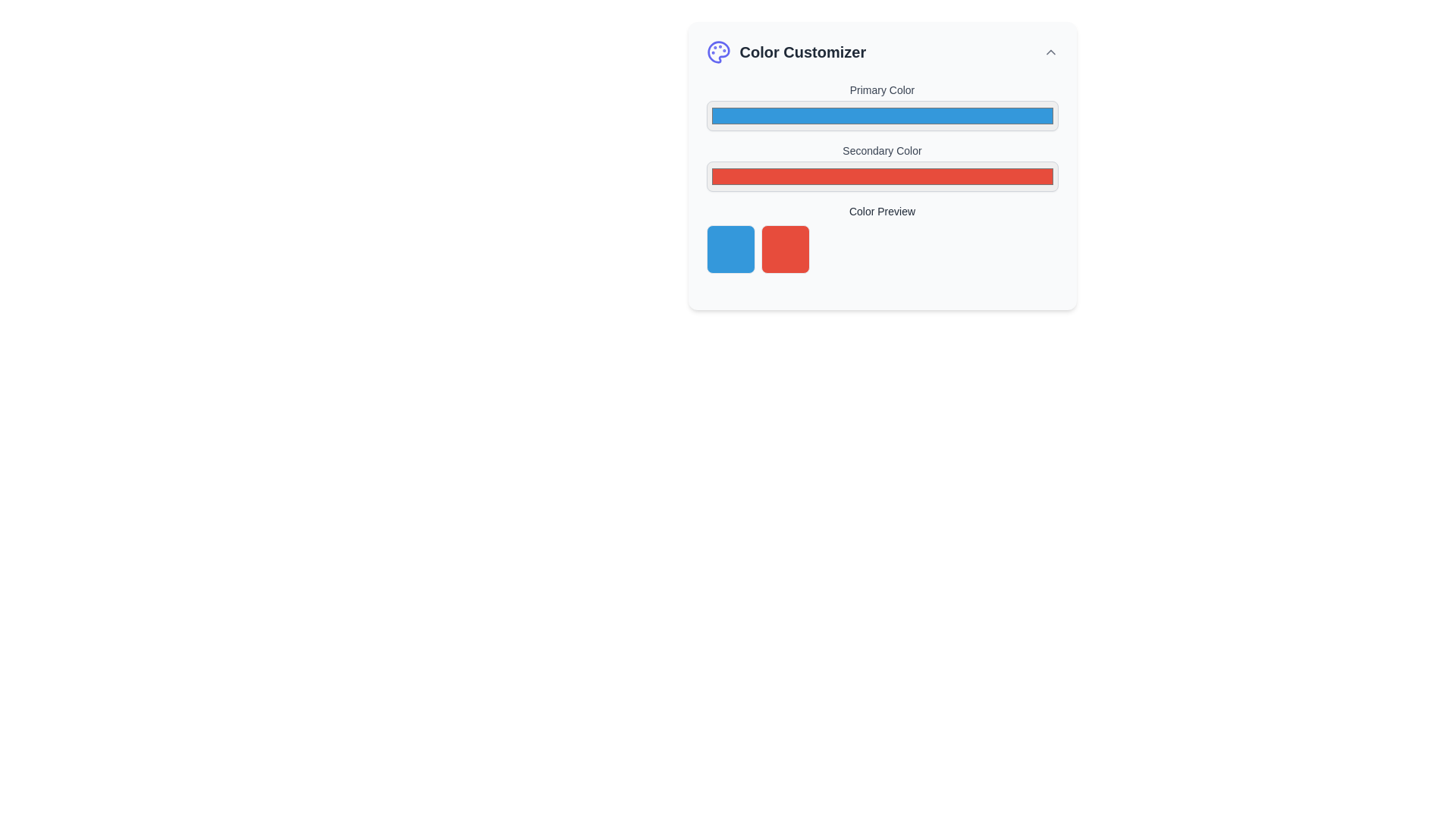 This screenshot has width=1456, height=819. I want to click on the color, so click(882, 115).